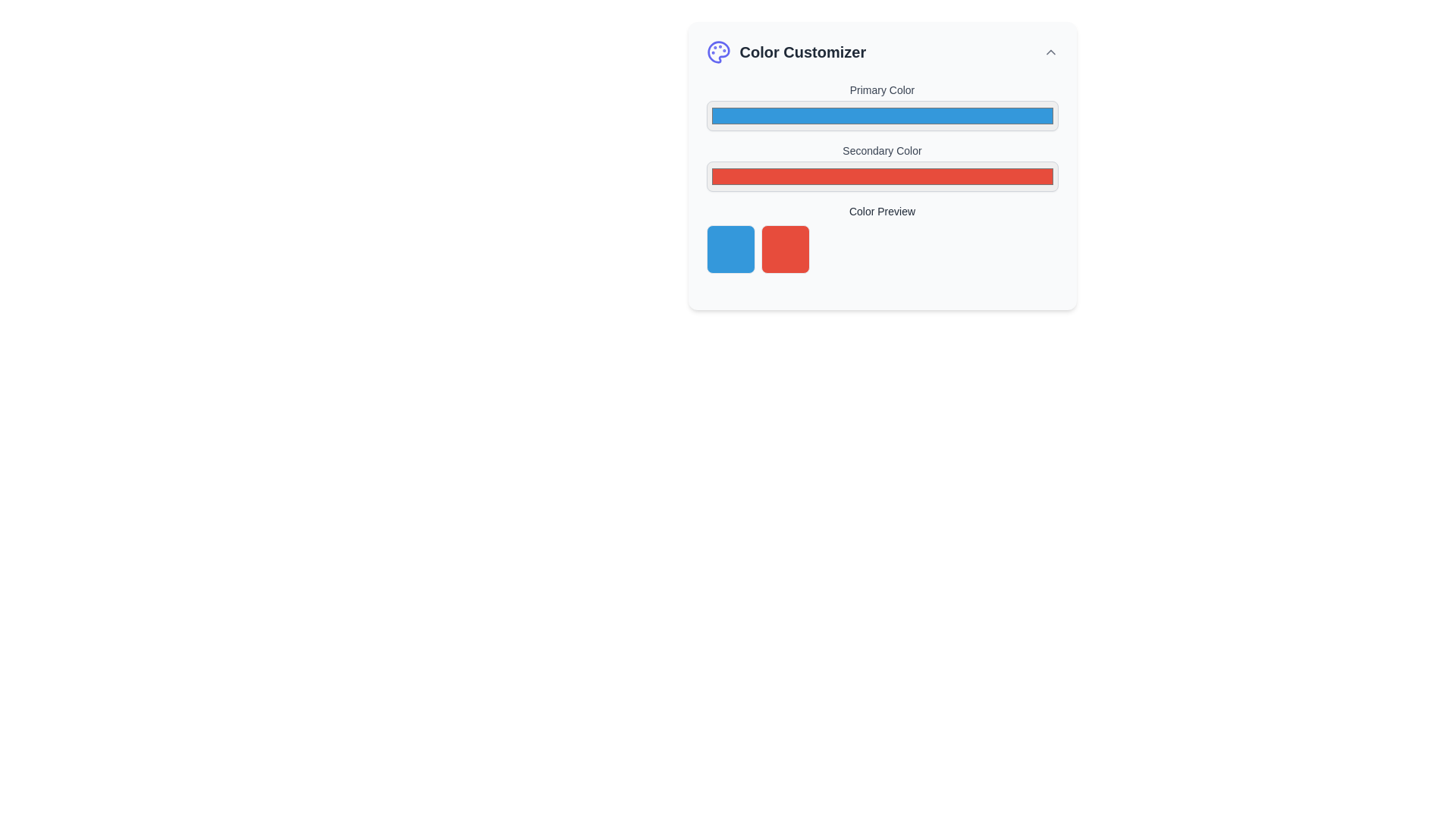 This screenshot has width=1456, height=819. I want to click on the color, so click(882, 115).